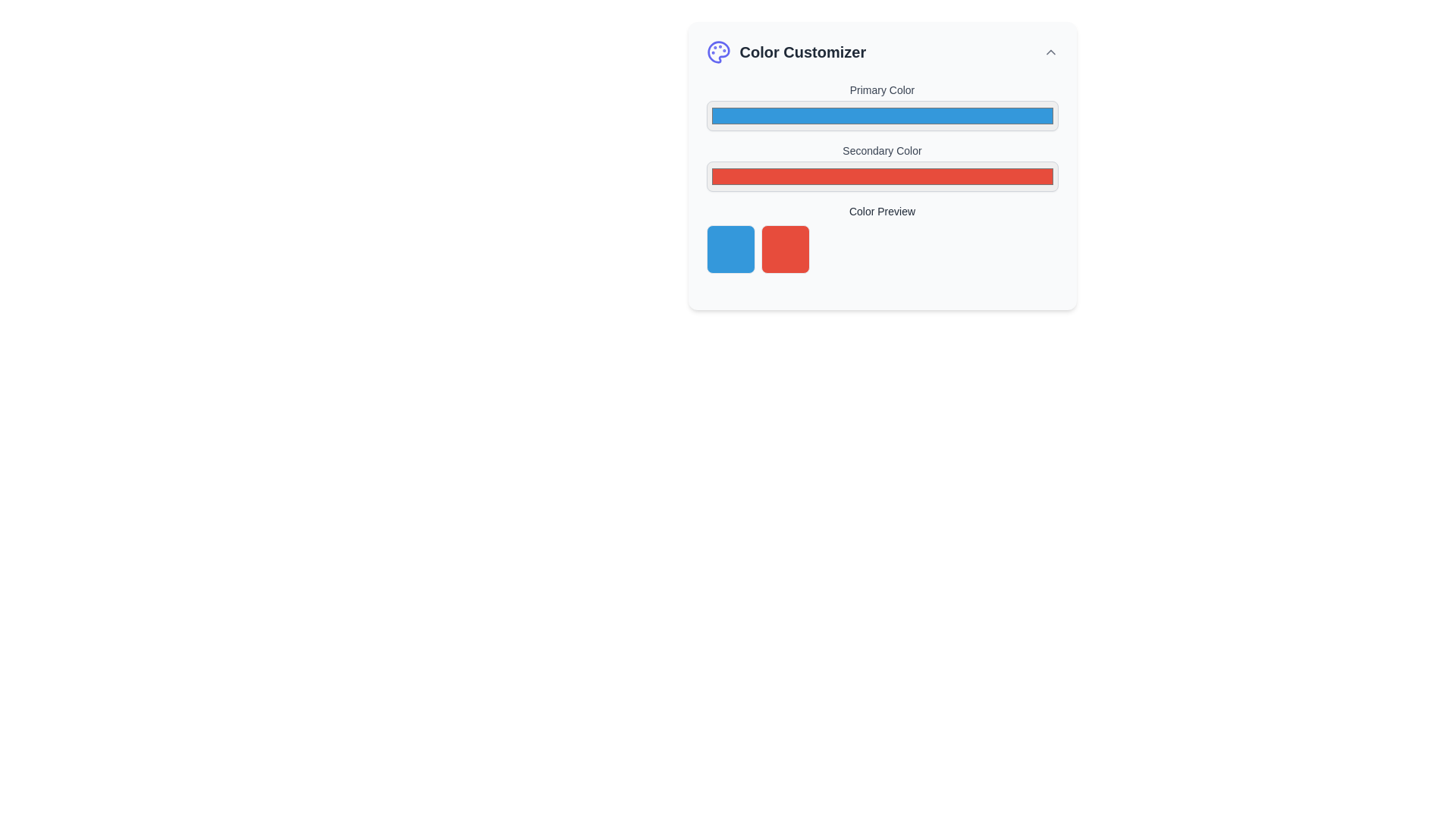 This screenshot has width=1456, height=819. I want to click on the color, so click(882, 115).